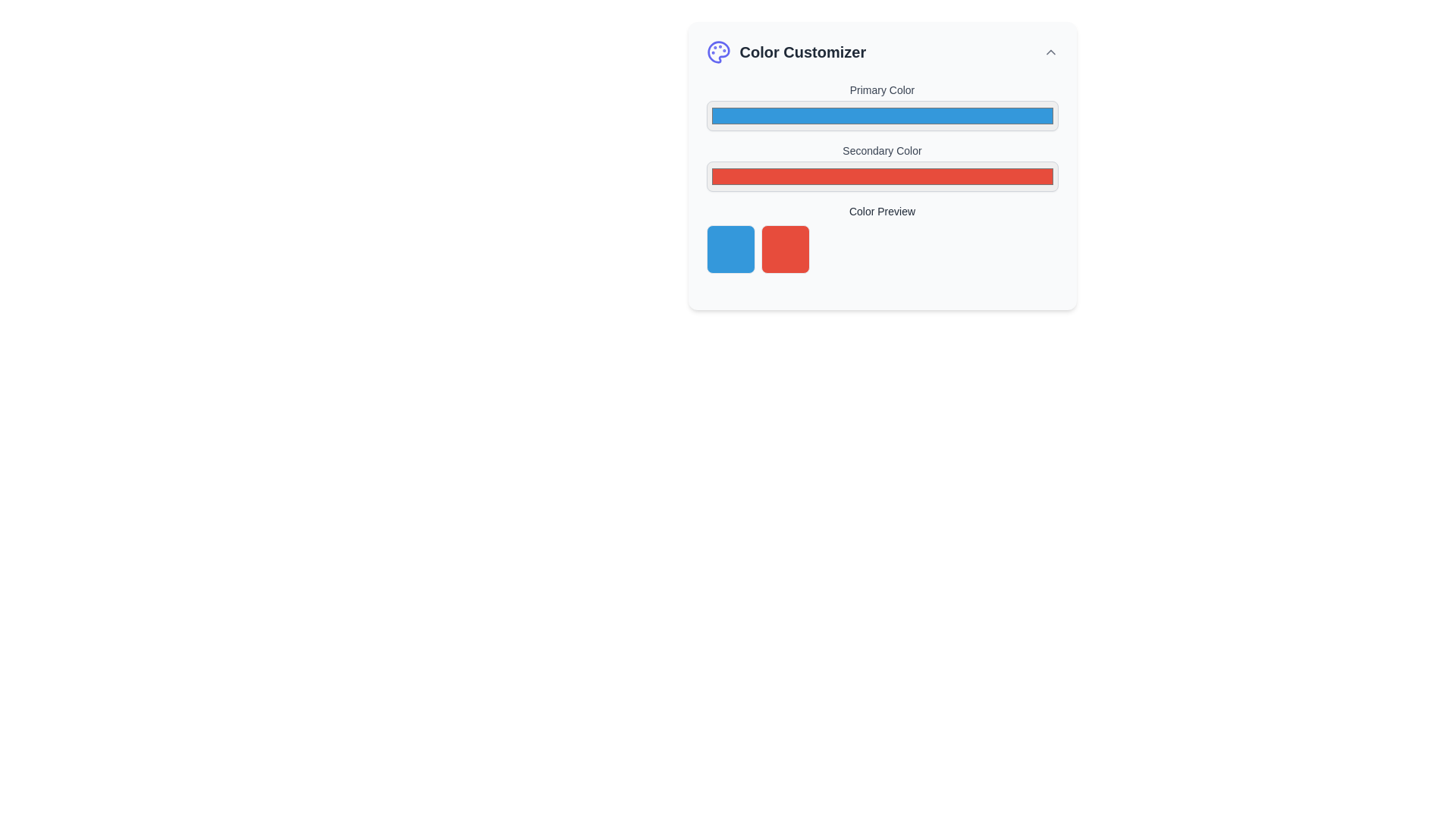 This screenshot has width=1456, height=819. I want to click on the color, so click(882, 115).